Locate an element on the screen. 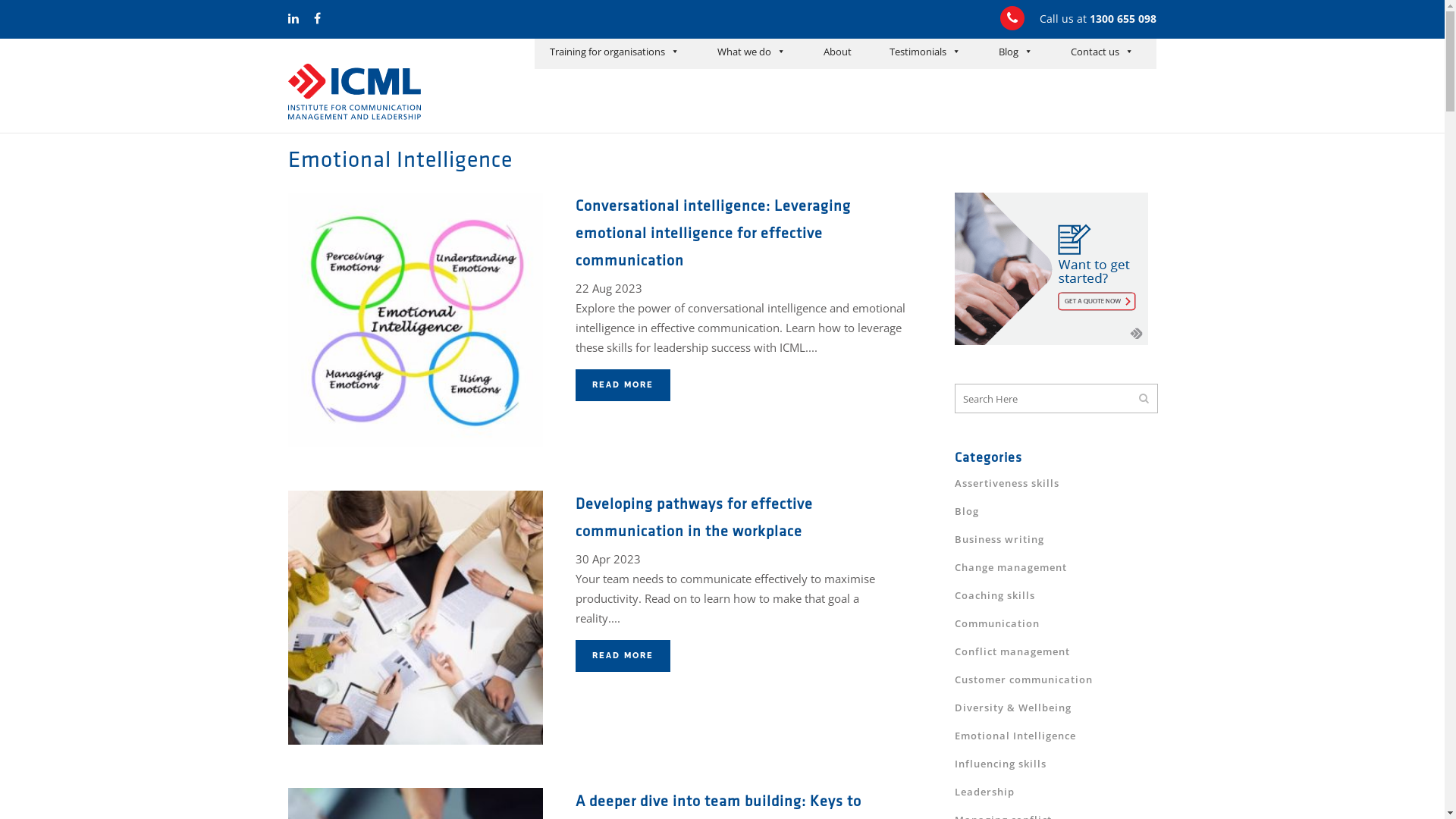 The image size is (1456, 819). 'Customer communication' is located at coordinates (953, 678).